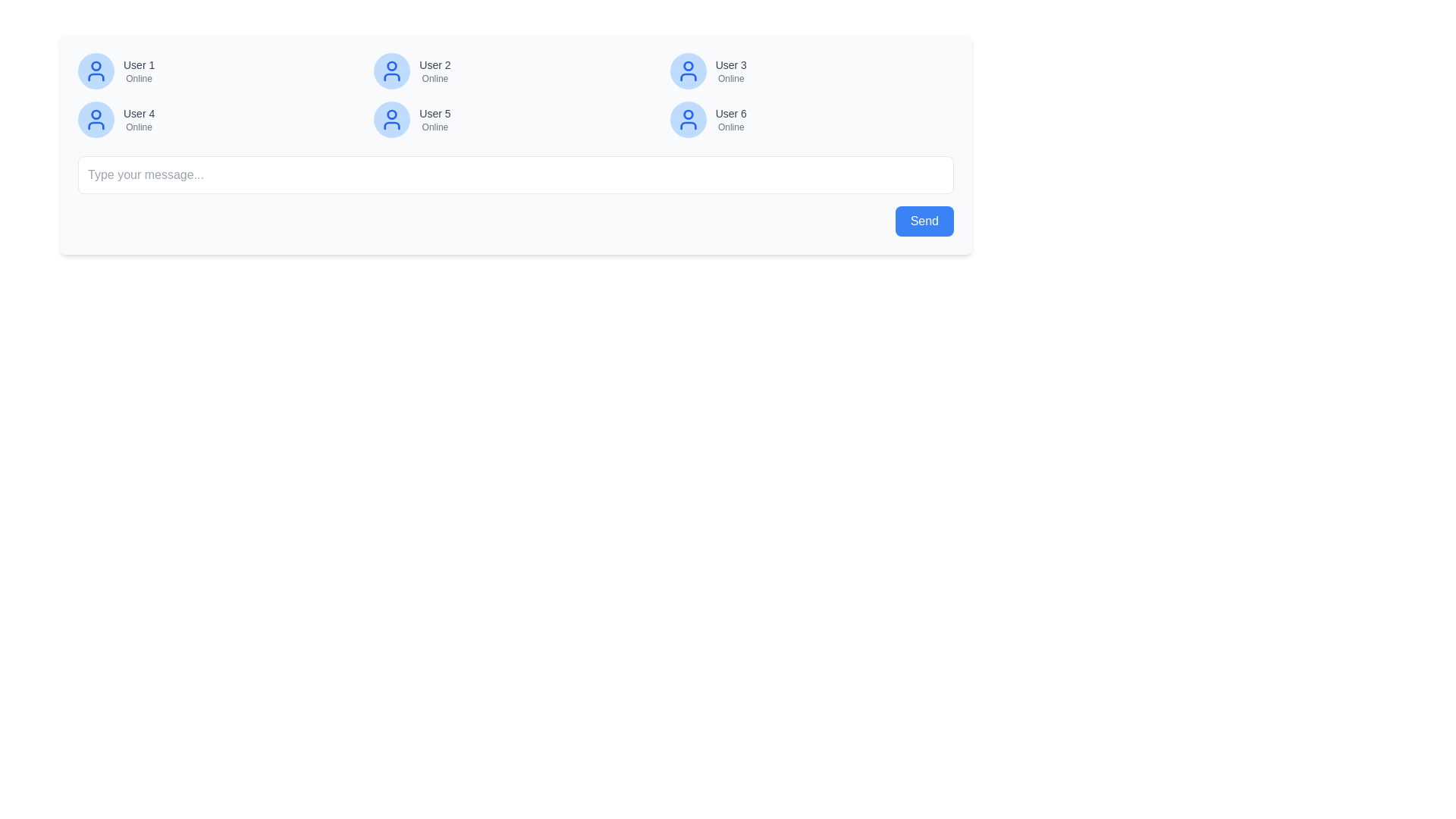  Describe the element at coordinates (434, 119) in the screenshot. I see `the displayed information of the text block containing 'User 5' and 'Online', which is styled in a title-subtitle format and located in the third column of user elements` at that location.